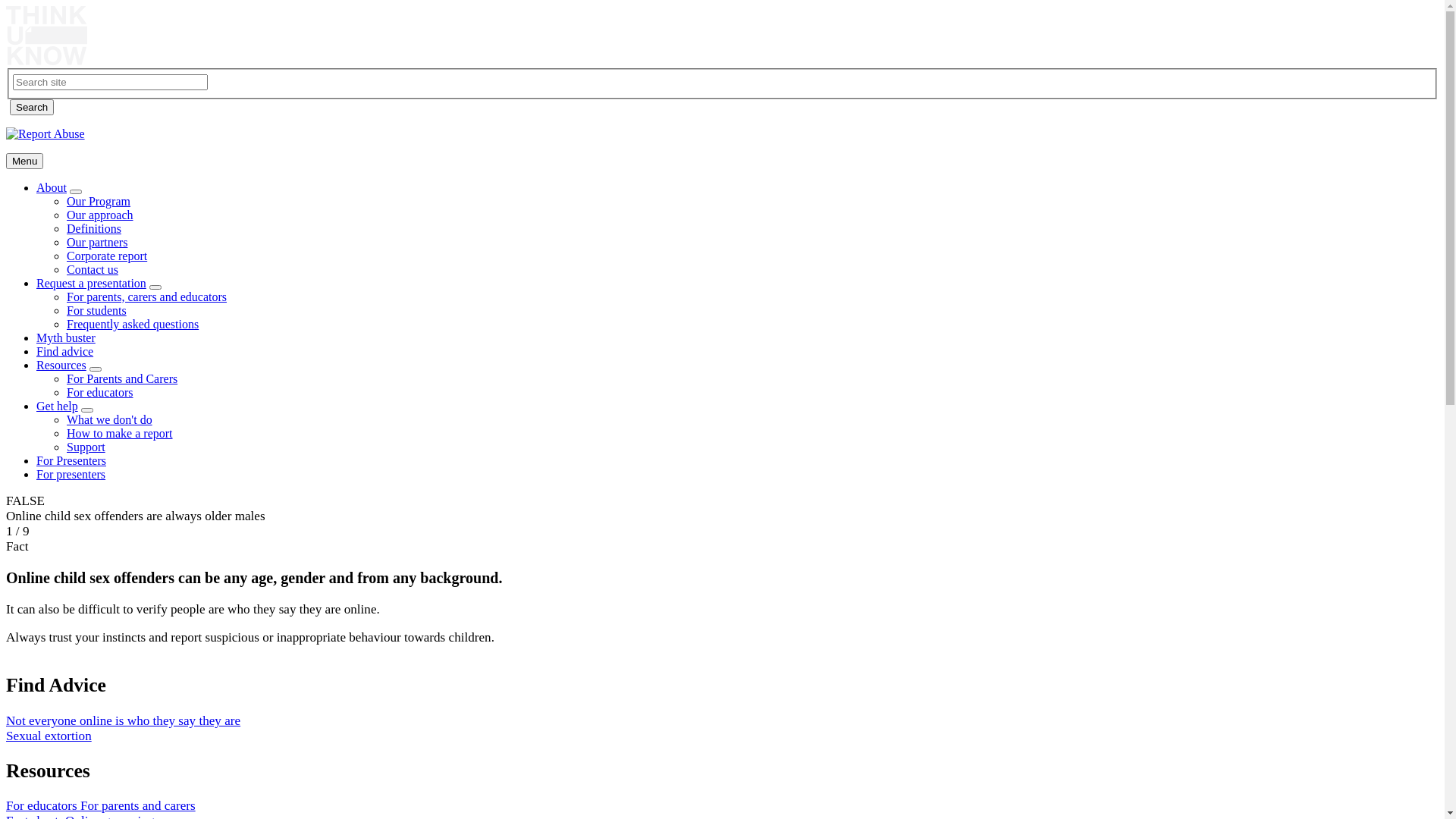  What do you see at coordinates (10, 106) in the screenshot?
I see `'Search'` at bounding box center [10, 106].